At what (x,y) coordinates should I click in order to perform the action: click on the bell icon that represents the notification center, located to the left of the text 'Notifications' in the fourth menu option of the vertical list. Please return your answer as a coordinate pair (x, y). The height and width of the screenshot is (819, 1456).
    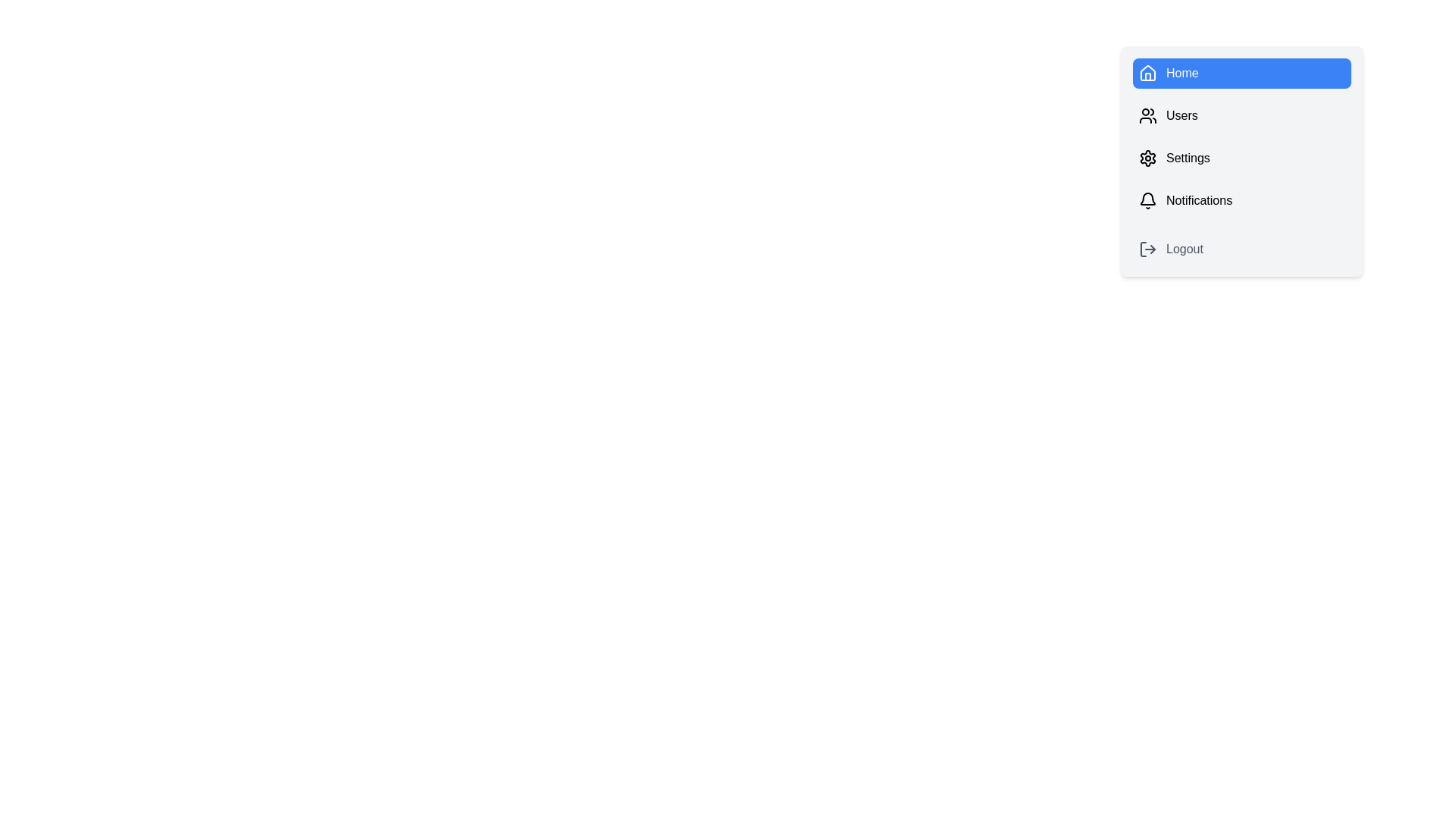
    Looking at the image, I should click on (1147, 200).